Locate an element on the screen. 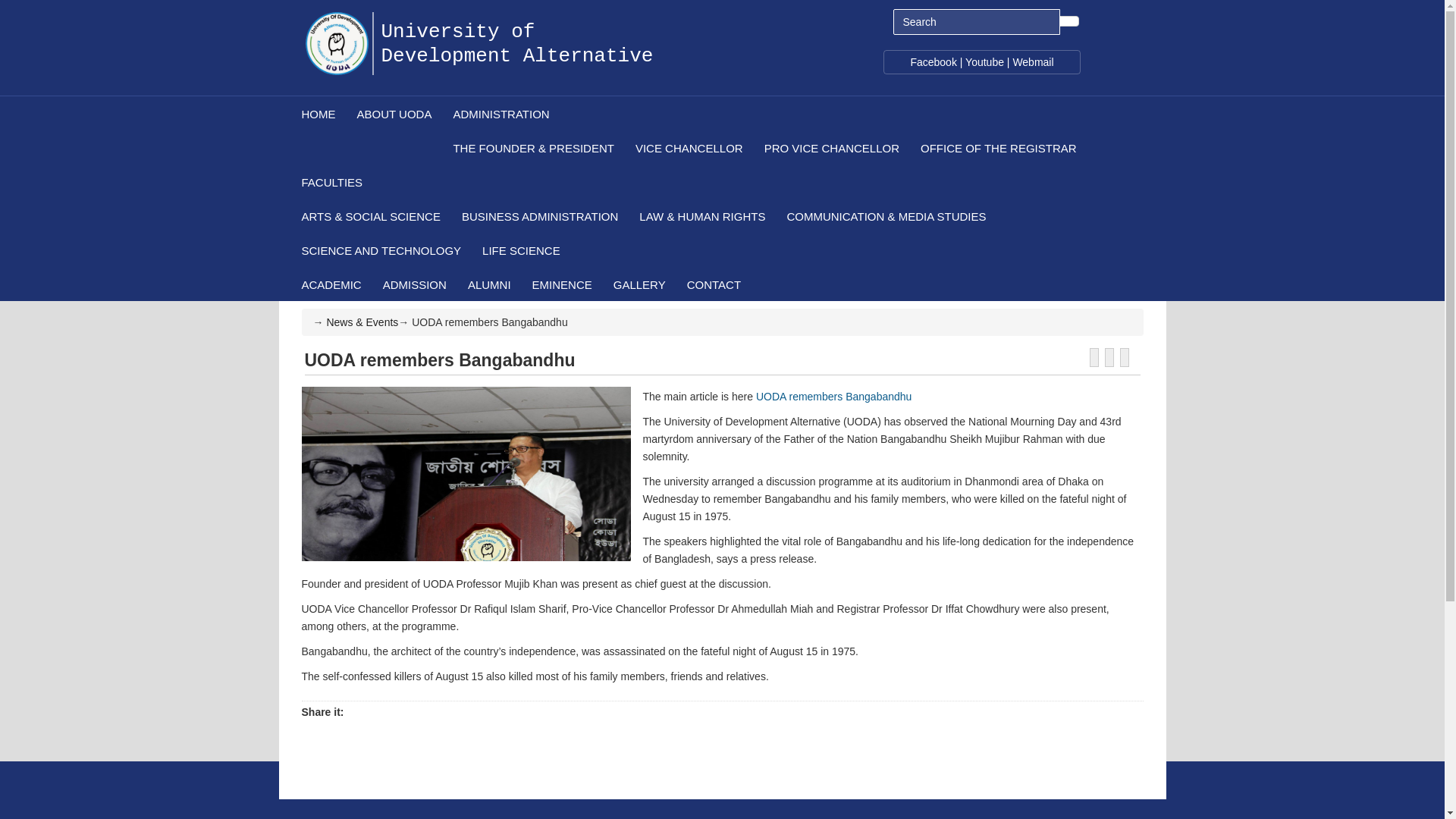  'LIFE SCIENCE' is located at coordinates (520, 249).